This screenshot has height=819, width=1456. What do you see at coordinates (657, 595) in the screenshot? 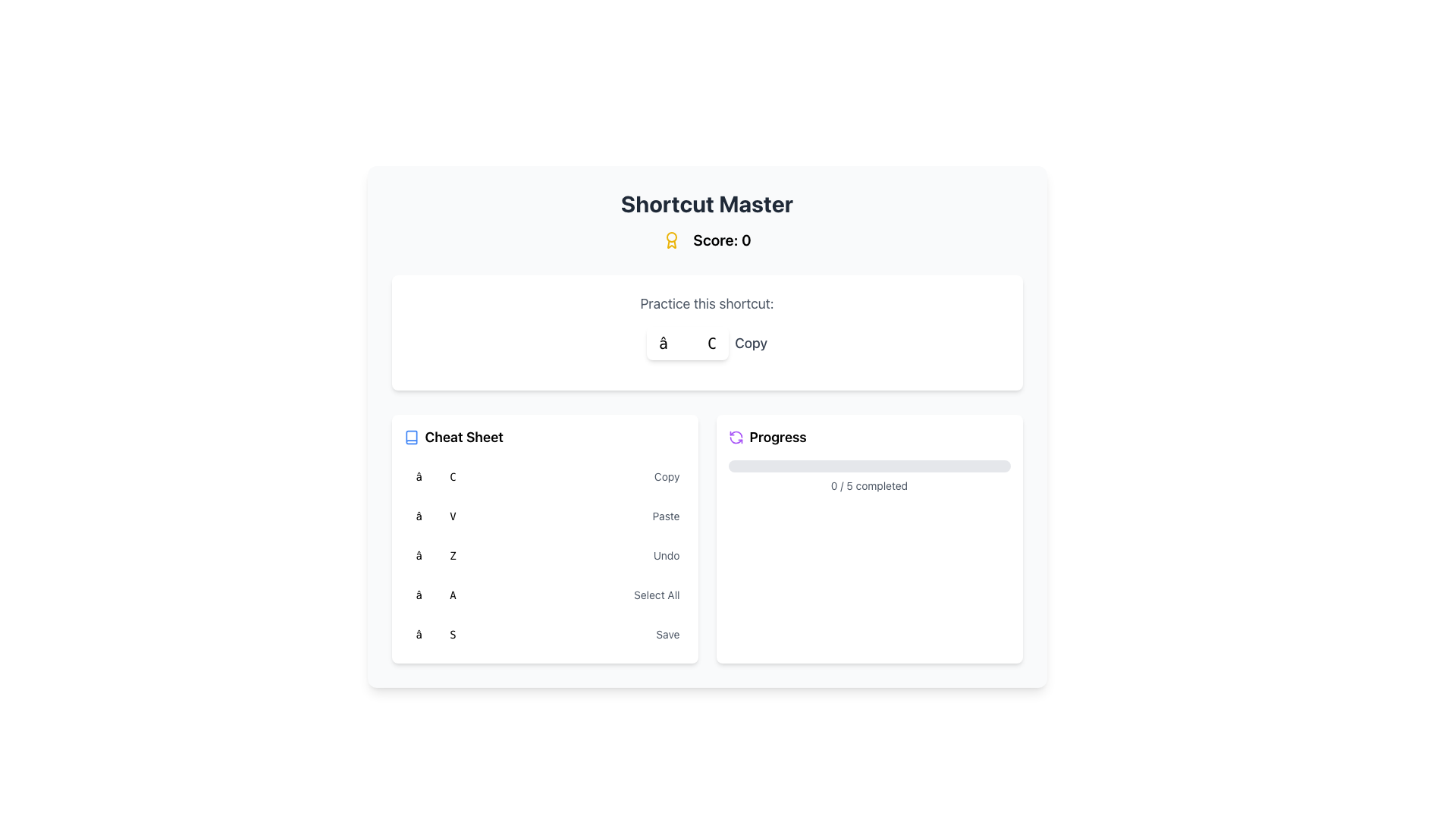
I see `the text label that describes the shortcut '⌘ A' in the 'Cheat Sheet' section, which is the fifth item in the list` at bounding box center [657, 595].